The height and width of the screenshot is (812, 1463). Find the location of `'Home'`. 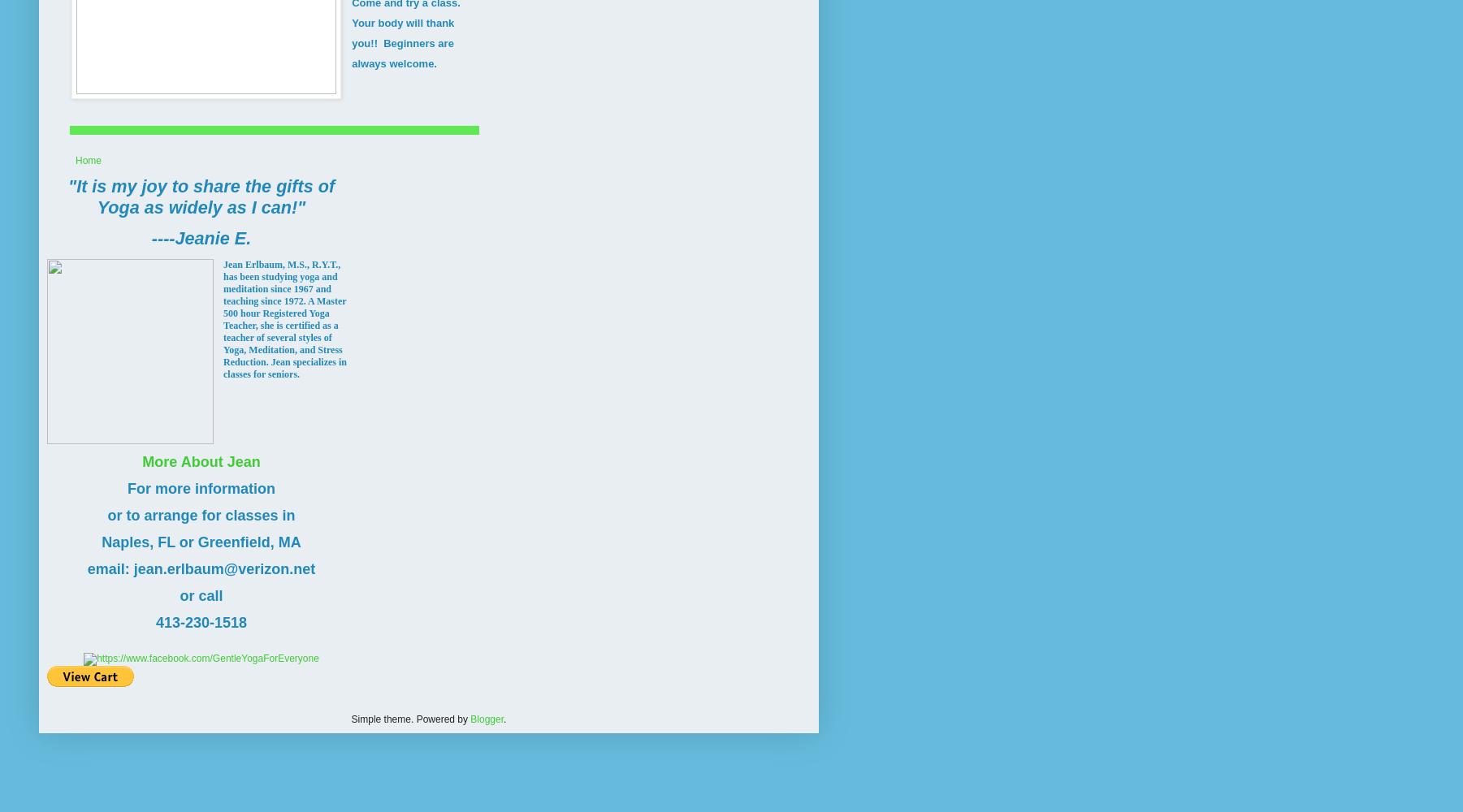

'Home' is located at coordinates (74, 159).